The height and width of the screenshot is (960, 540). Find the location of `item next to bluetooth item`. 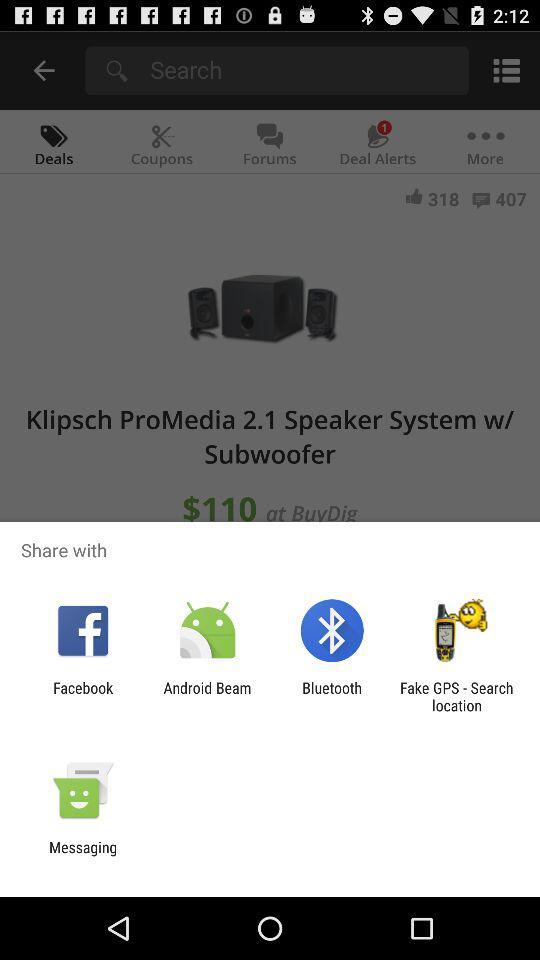

item next to bluetooth item is located at coordinates (206, 696).